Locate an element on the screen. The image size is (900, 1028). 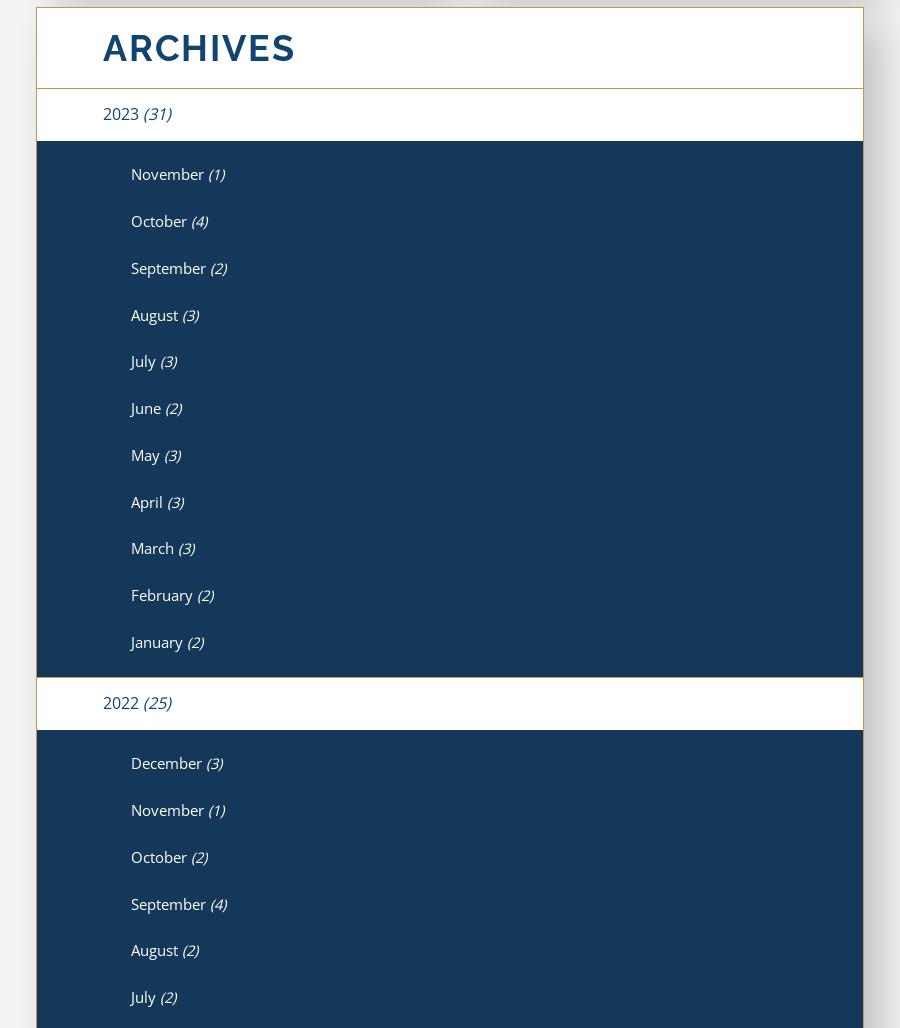
'The Importance of Seeking Medical Care After an Accident' is located at coordinates (319, 430).